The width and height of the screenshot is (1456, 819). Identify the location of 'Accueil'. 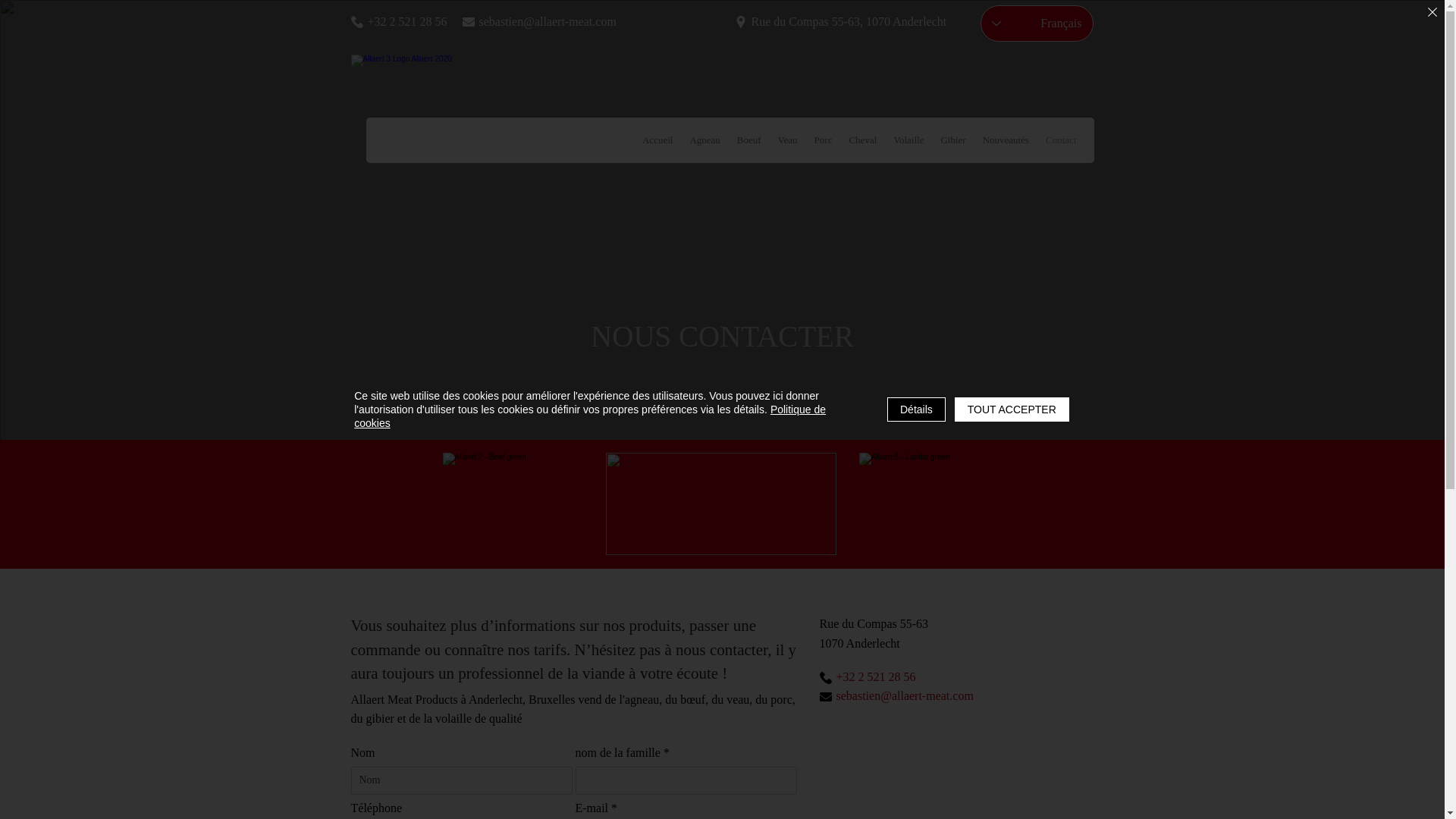
(657, 140).